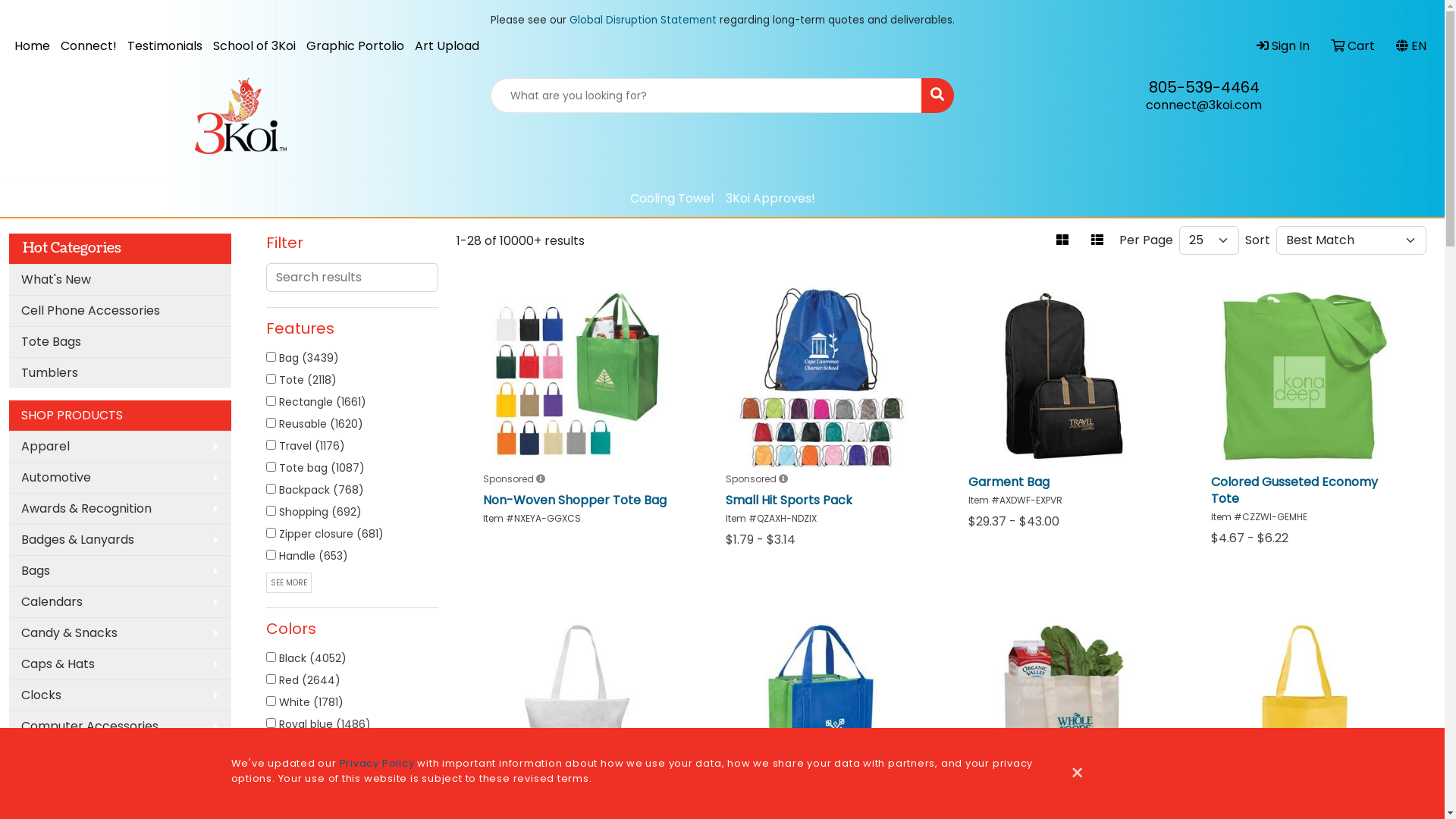 The height and width of the screenshot is (819, 1456). What do you see at coordinates (354, 45) in the screenshot?
I see `'Graphic Portolio'` at bounding box center [354, 45].